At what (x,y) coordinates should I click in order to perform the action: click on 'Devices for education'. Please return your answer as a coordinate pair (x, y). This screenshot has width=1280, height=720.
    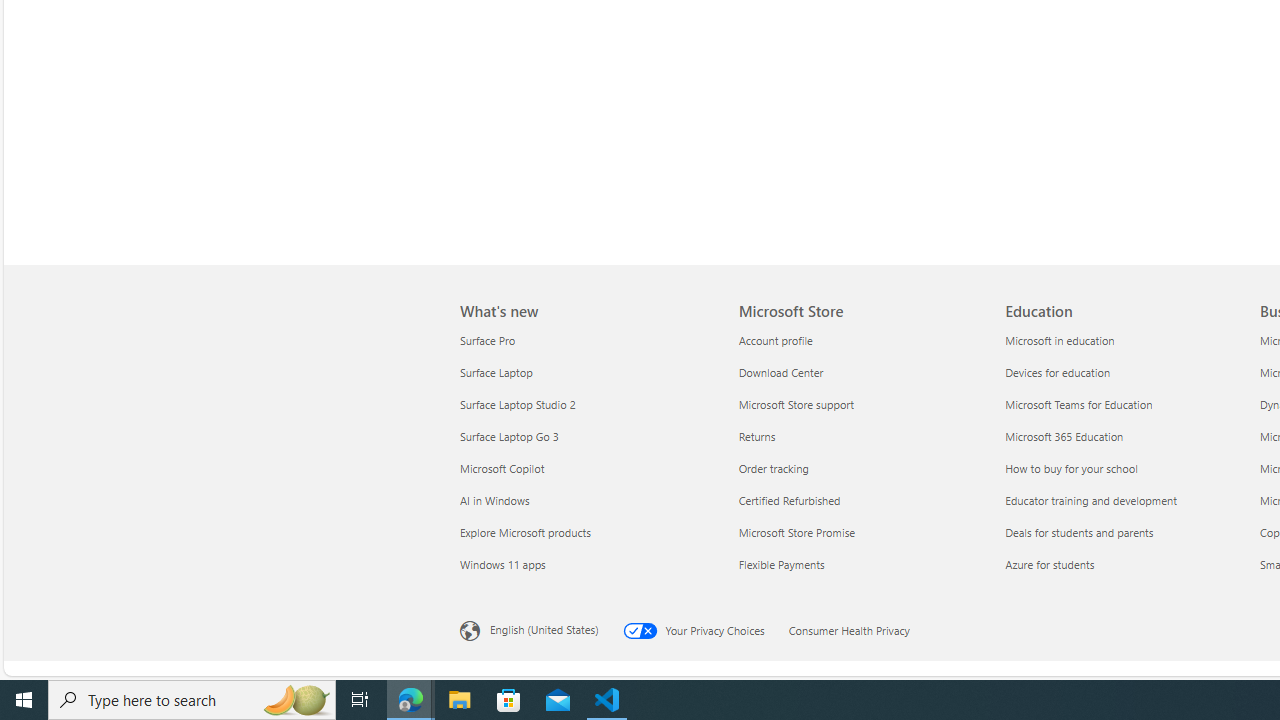
    Looking at the image, I should click on (1126, 372).